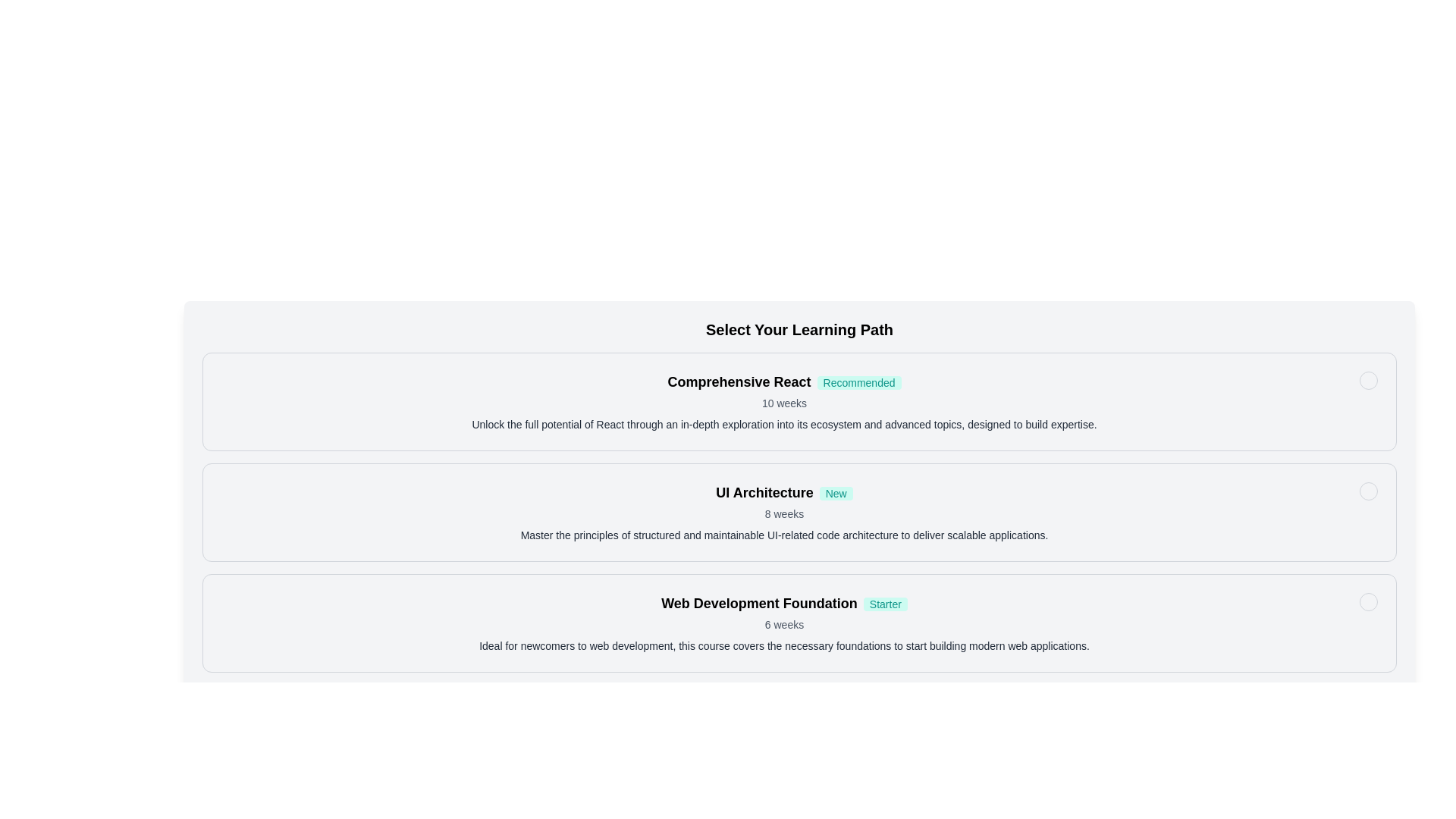 The width and height of the screenshot is (1456, 819). What do you see at coordinates (784, 534) in the screenshot?
I see `text displayed in a small, gray font located beneath '8 weeks' in the 'UI Architecture' section of the interface` at bounding box center [784, 534].